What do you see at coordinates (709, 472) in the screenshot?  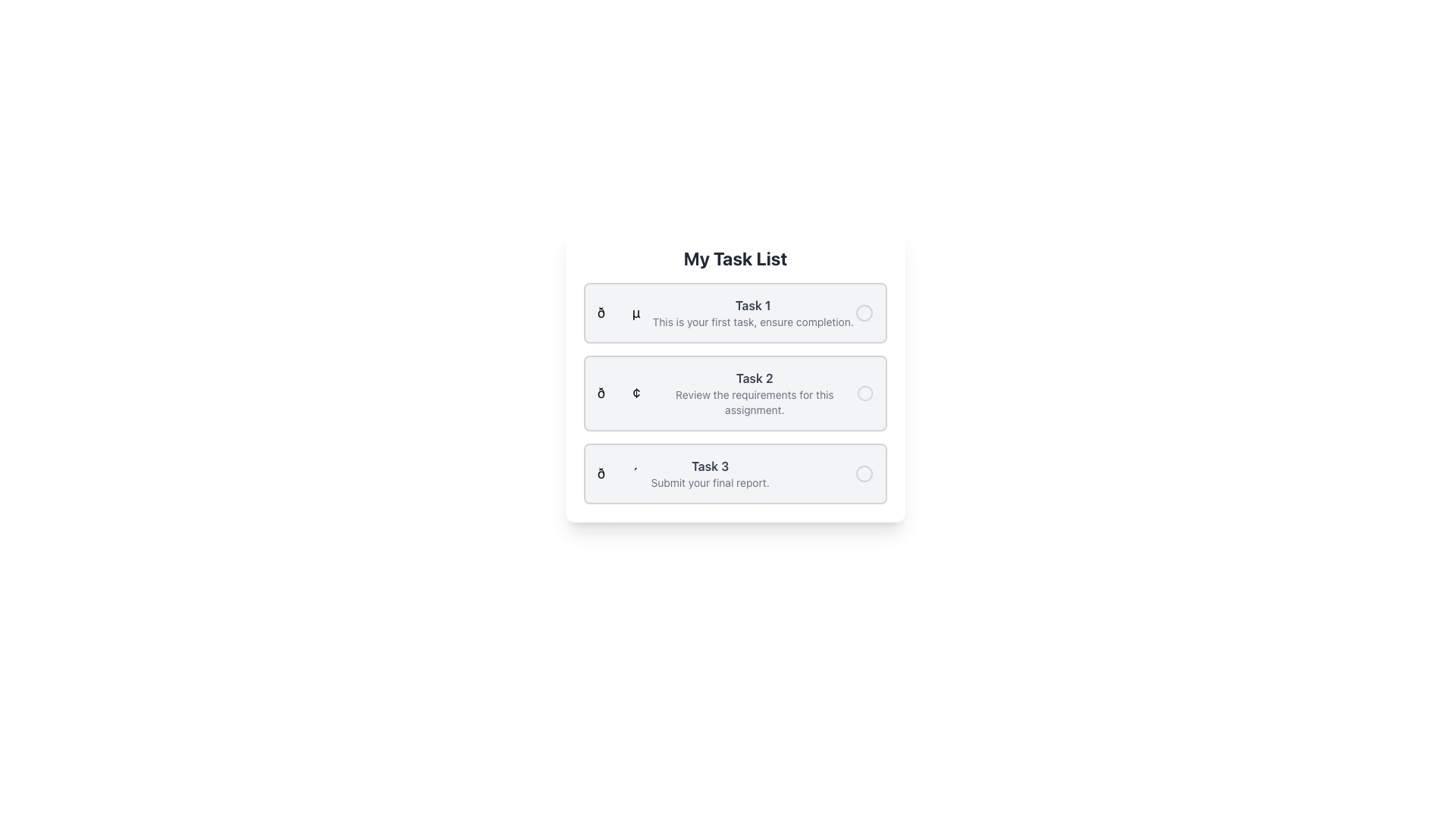 I see `the Text element containing the header 'Task 3' and subheader 'Submit your final report.' which is centrally aligned within its interactive card` at bounding box center [709, 472].